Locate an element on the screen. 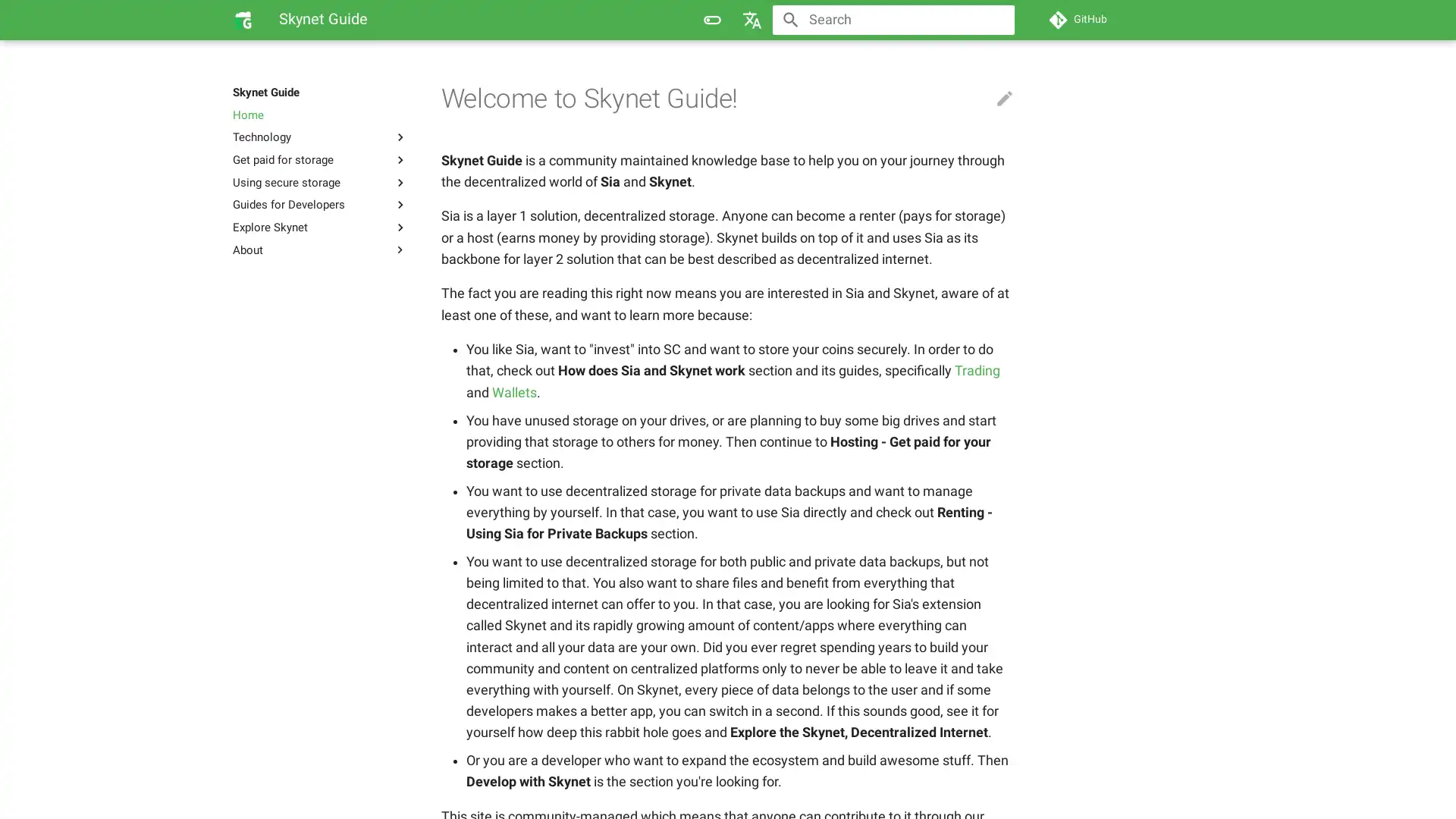 The image size is (1456, 819). Clear is located at coordinates (996, 20).